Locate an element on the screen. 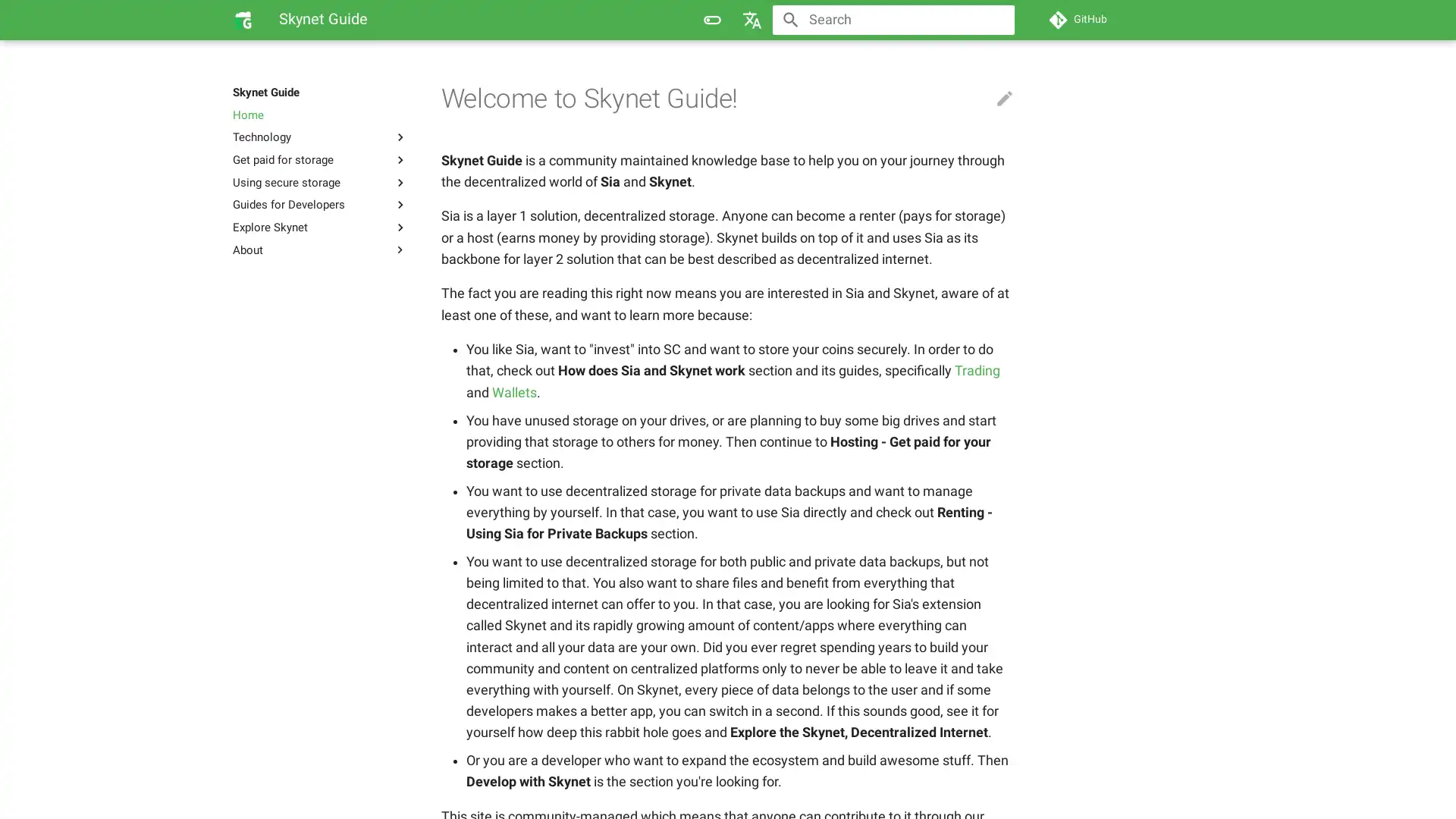 The image size is (1456, 819). Clear is located at coordinates (996, 20).